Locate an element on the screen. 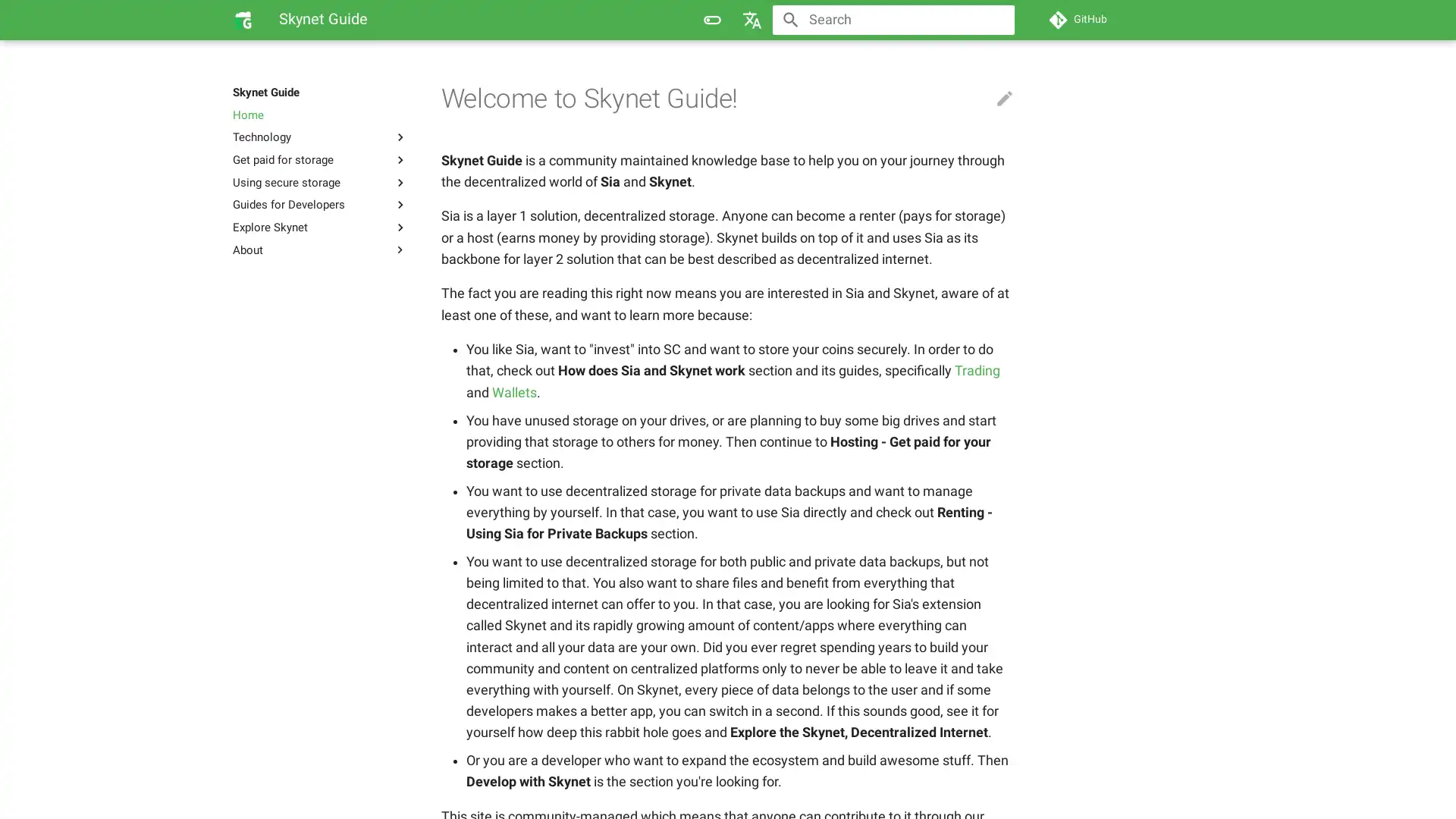 The image size is (1456, 819). Clear is located at coordinates (996, 20).